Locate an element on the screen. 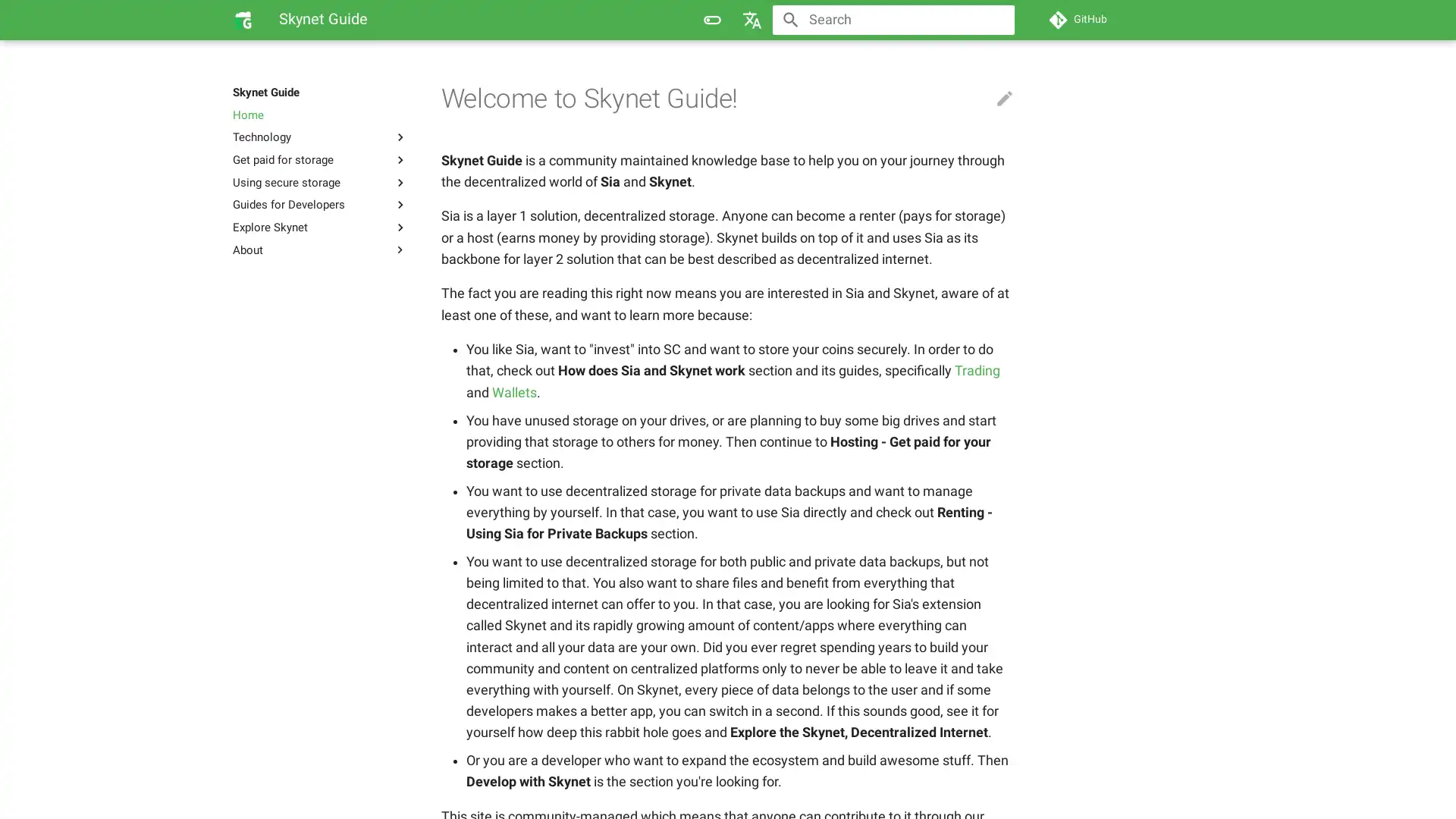 The image size is (1456, 819). Clear is located at coordinates (996, 20).